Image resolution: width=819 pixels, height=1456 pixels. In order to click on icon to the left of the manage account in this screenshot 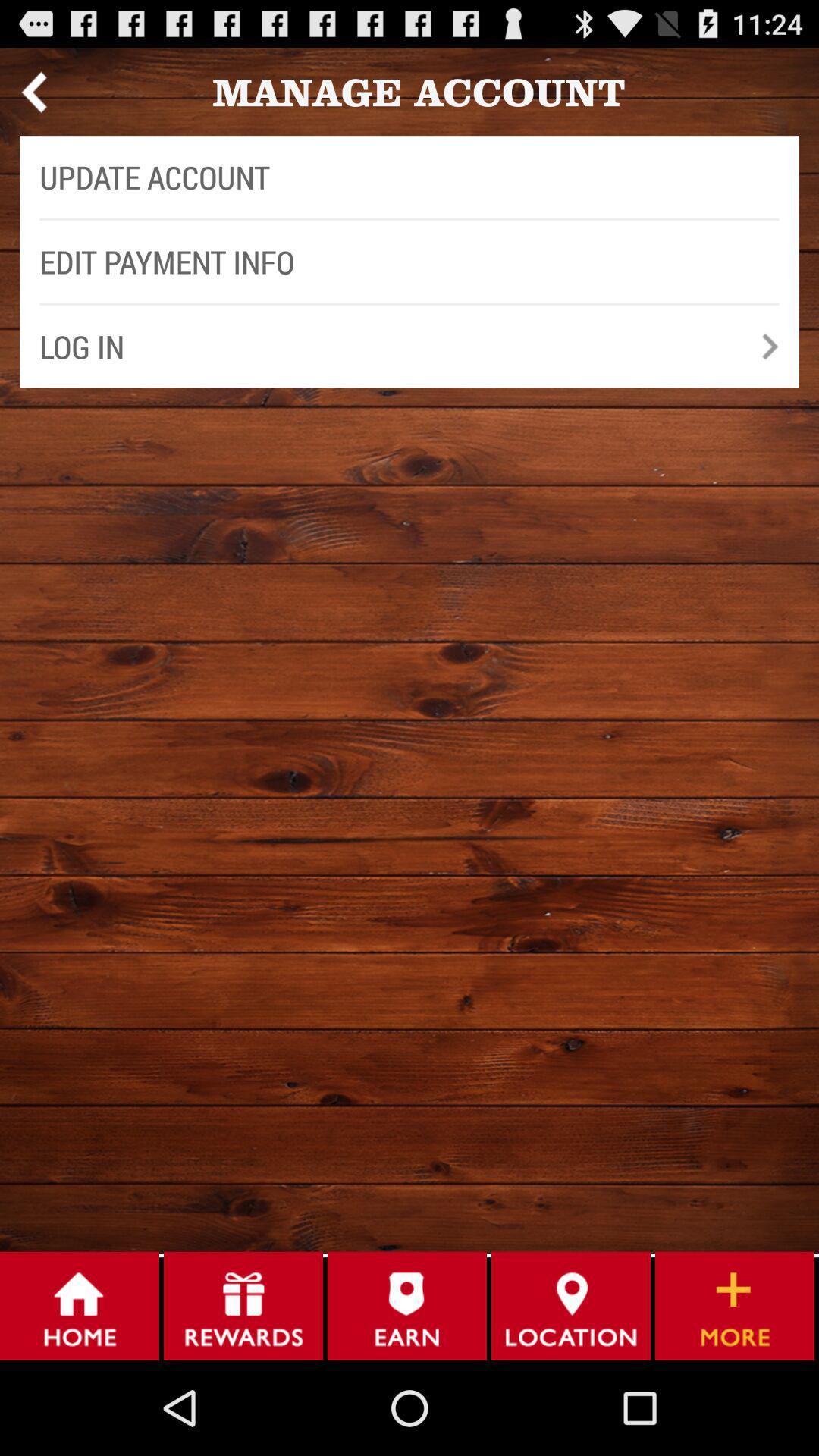, I will do `click(33, 91)`.